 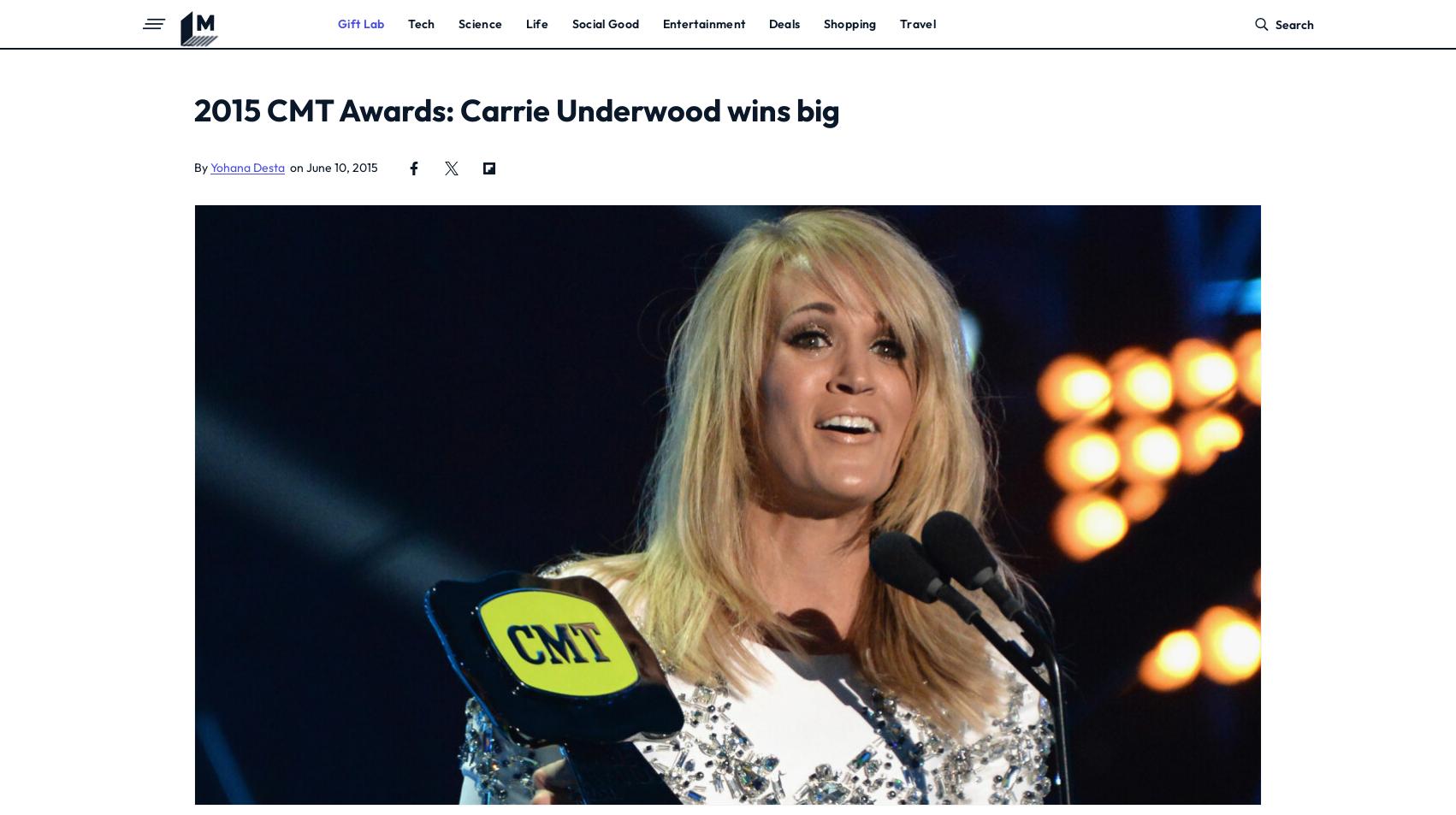 What do you see at coordinates (605, 23) in the screenshot?
I see `'Social Good'` at bounding box center [605, 23].